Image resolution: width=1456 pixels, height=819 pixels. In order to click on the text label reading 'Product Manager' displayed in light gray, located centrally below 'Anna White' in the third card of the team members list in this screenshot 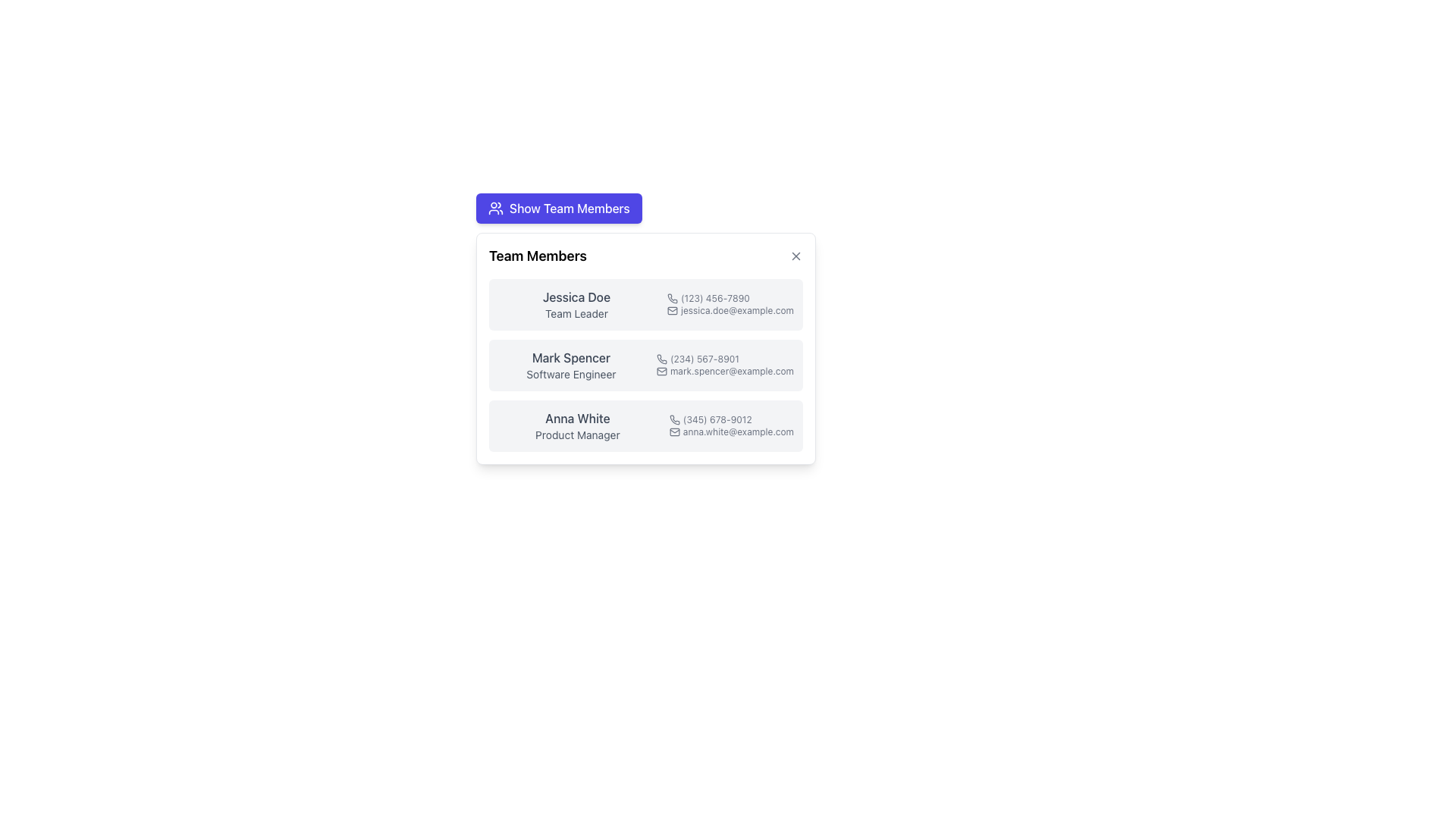, I will do `click(576, 435)`.